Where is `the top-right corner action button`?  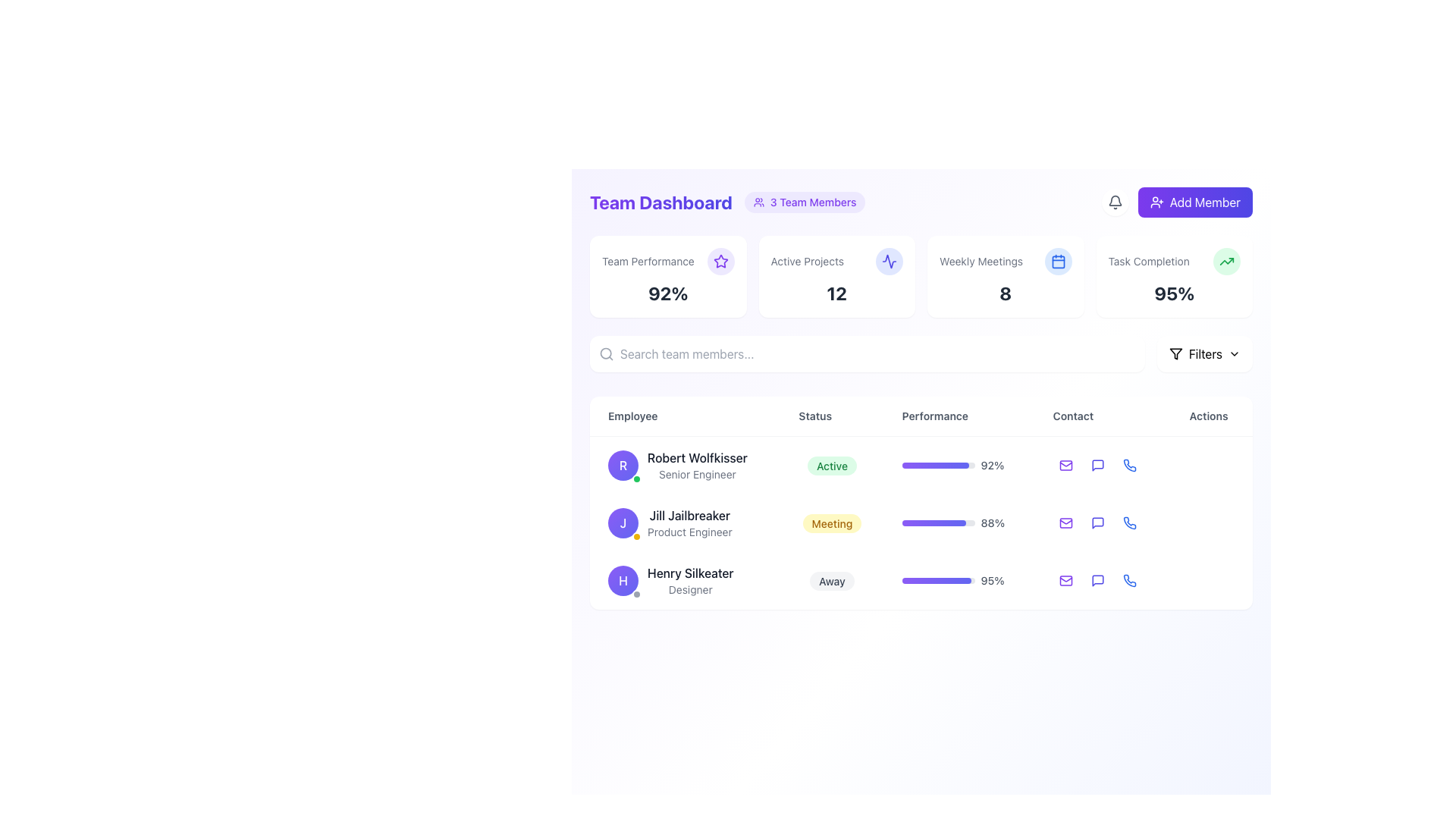
the top-right corner action button is located at coordinates (1194, 201).